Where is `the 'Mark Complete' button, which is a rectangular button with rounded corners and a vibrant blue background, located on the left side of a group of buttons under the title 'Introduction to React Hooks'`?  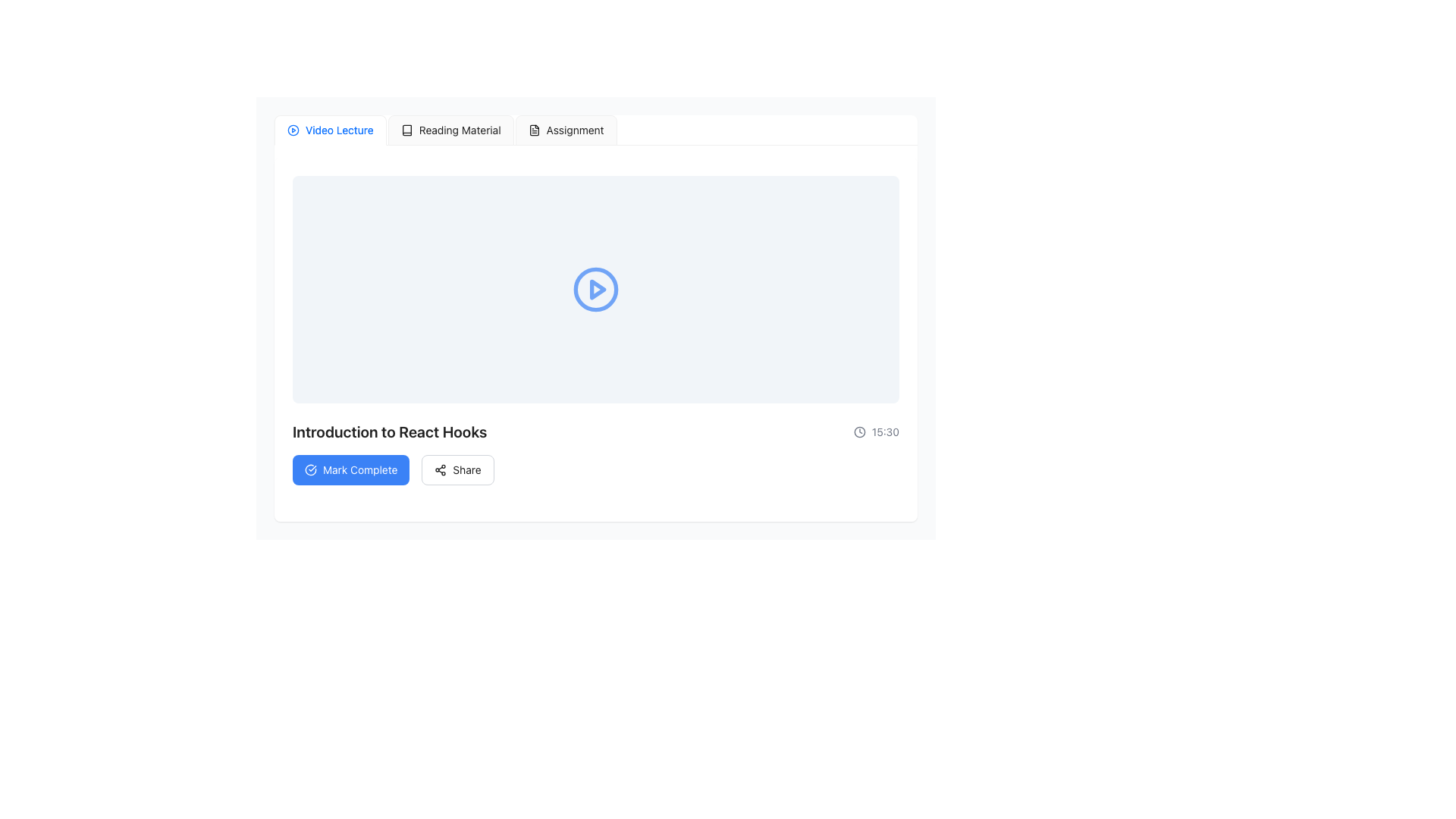 the 'Mark Complete' button, which is a rectangular button with rounded corners and a vibrant blue background, located on the left side of a group of buttons under the title 'Introduction to React Hooks' is located at coordinates (350, 469).